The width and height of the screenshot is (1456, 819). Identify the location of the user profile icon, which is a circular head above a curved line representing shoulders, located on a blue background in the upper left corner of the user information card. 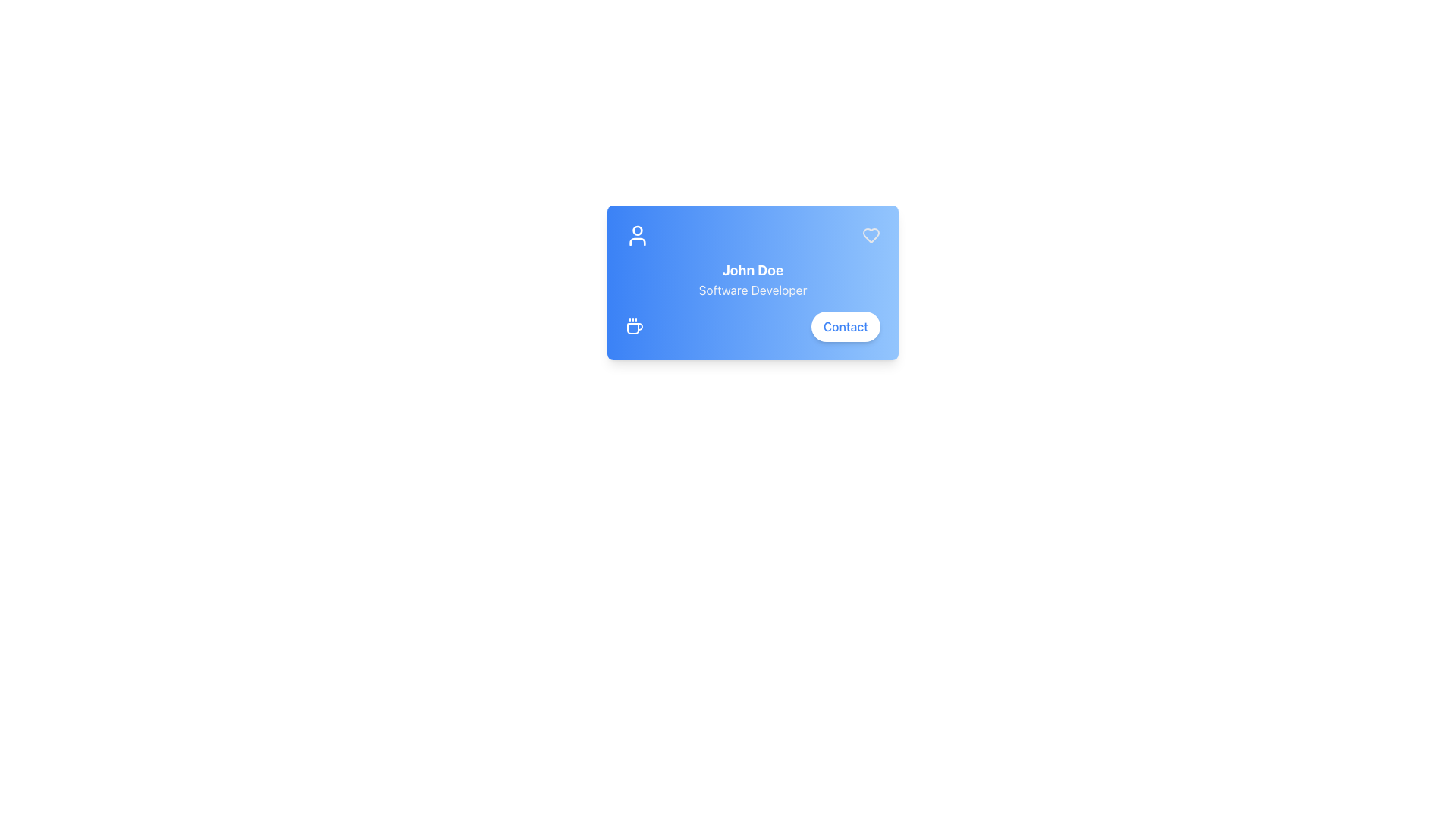
(637, 236).